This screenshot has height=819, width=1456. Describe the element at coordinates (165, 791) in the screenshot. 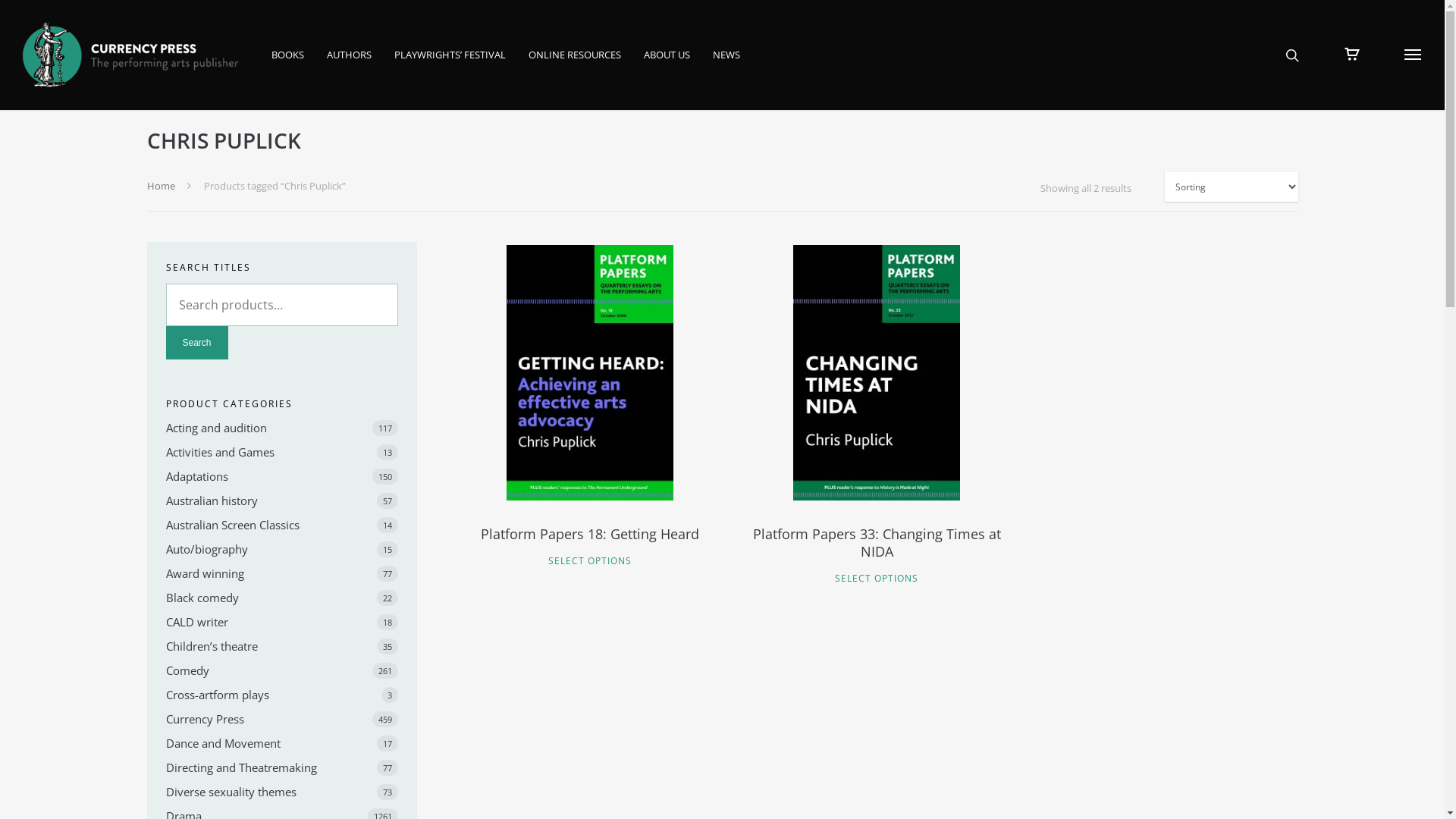

I see `'Diverse sexuality themes'` at that location.